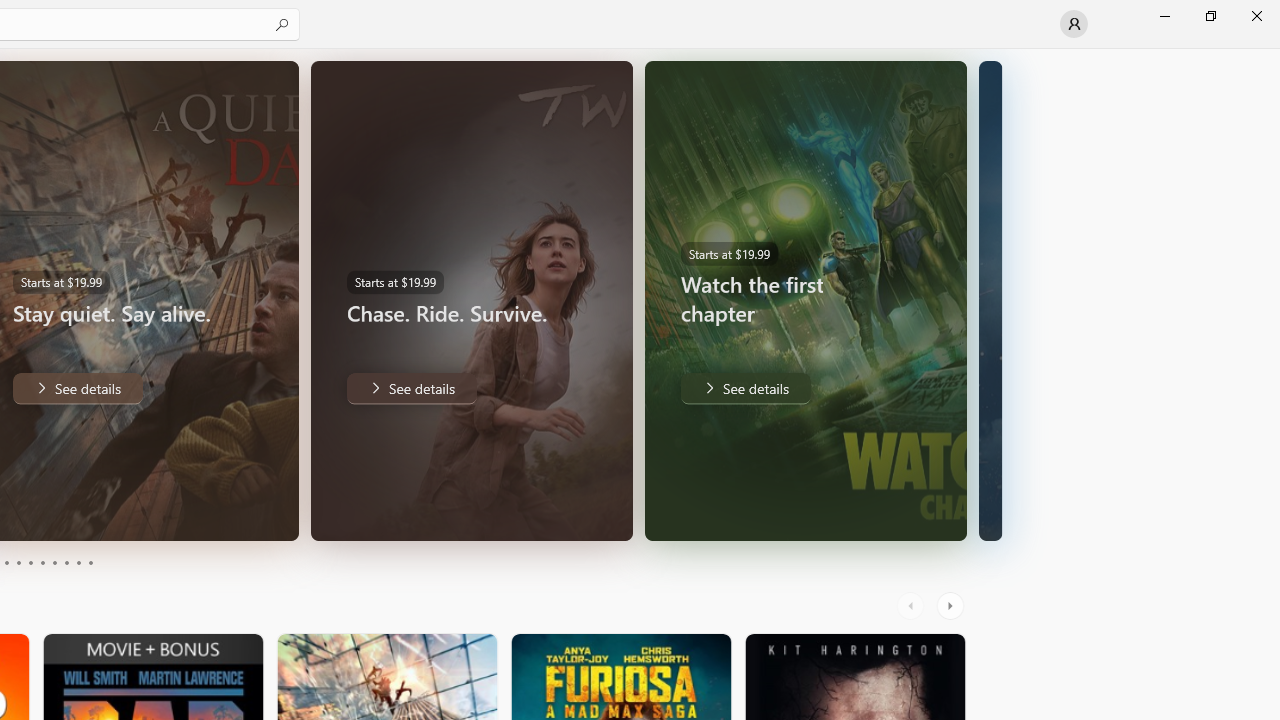  Describe the element at coordinates (54, 563) in the screenshot. I see `'Page 7'` at that location.